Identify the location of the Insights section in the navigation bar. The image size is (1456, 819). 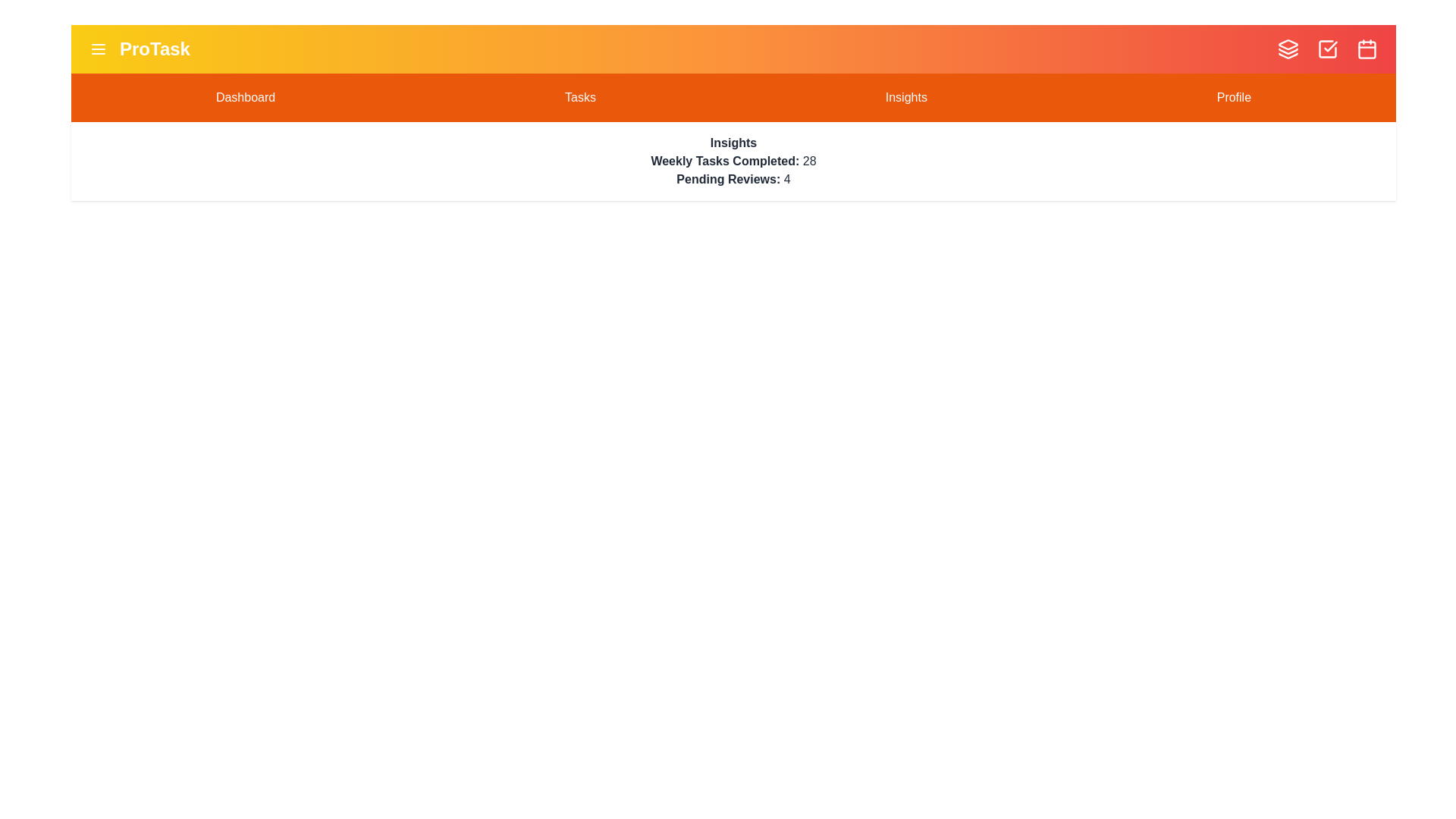
(906, 97).